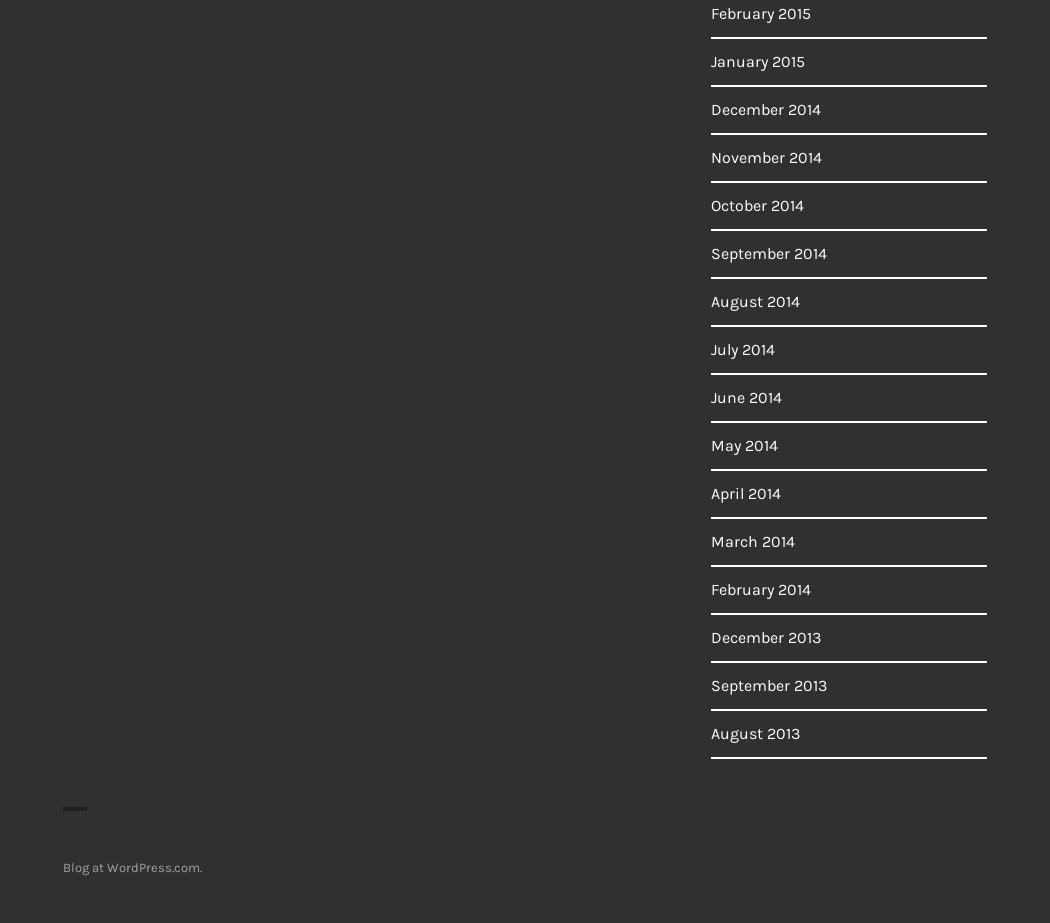 Image resolution: width=1050 pixels, height=923 pixels. Describe the element at coordinates (710, 349) in the screenshot. I see `'July 2014'` at that location.